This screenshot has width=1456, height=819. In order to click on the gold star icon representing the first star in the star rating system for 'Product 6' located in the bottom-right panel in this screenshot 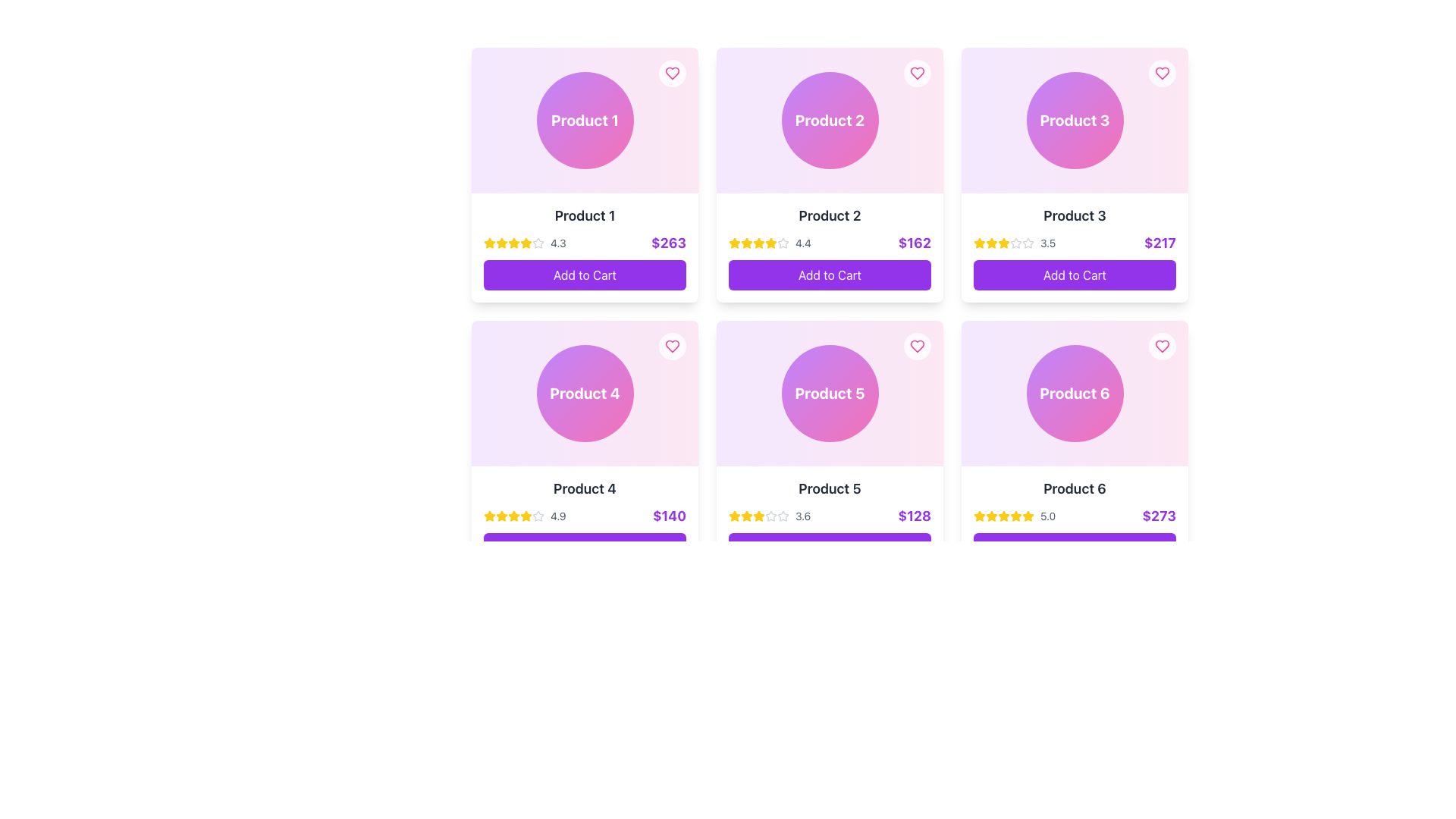, I will do `click(1015, 515)`.